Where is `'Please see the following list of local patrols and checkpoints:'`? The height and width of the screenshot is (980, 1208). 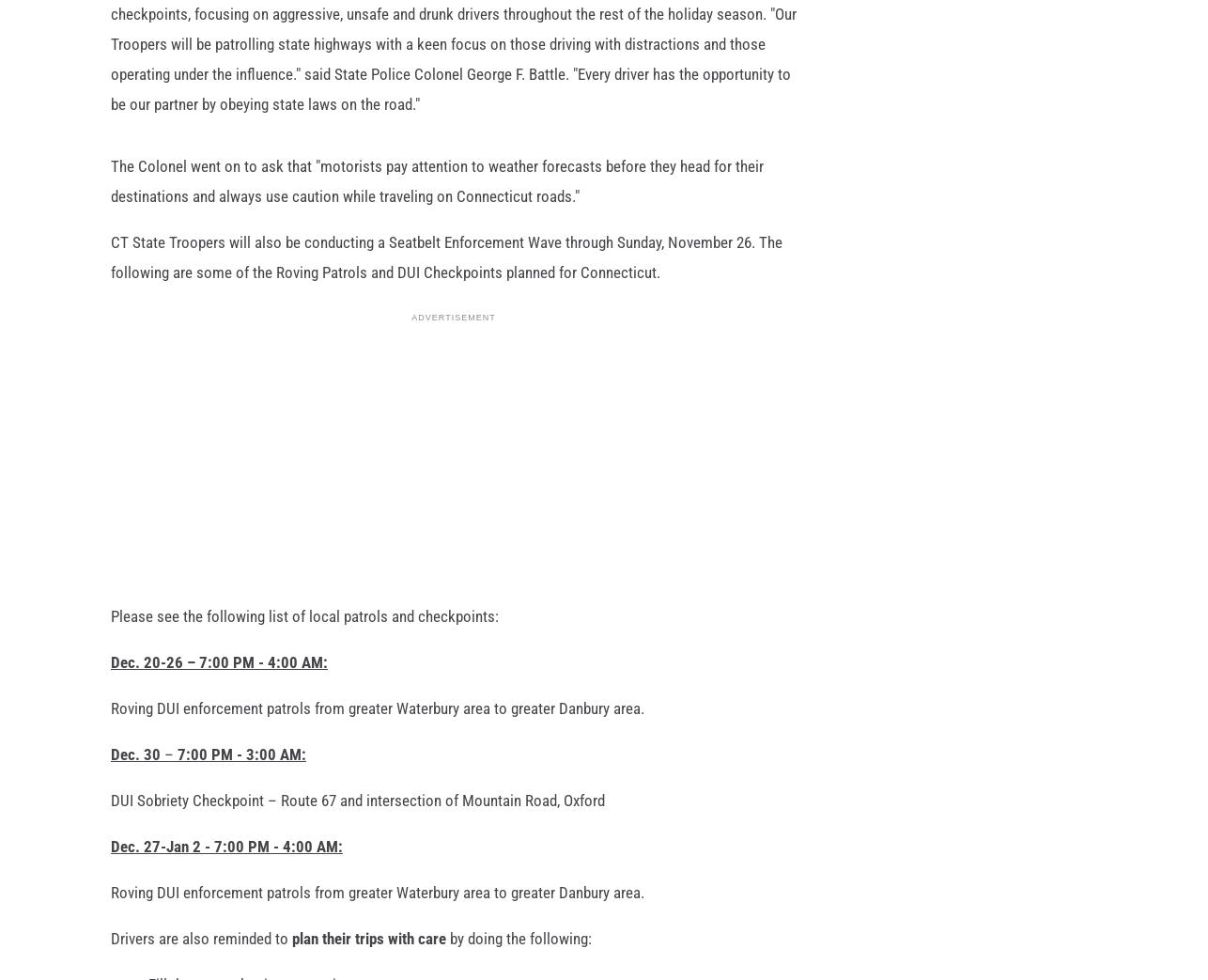 'Please see the following list of local patrols and checkpoints:' is located at coordinates (303, 629).